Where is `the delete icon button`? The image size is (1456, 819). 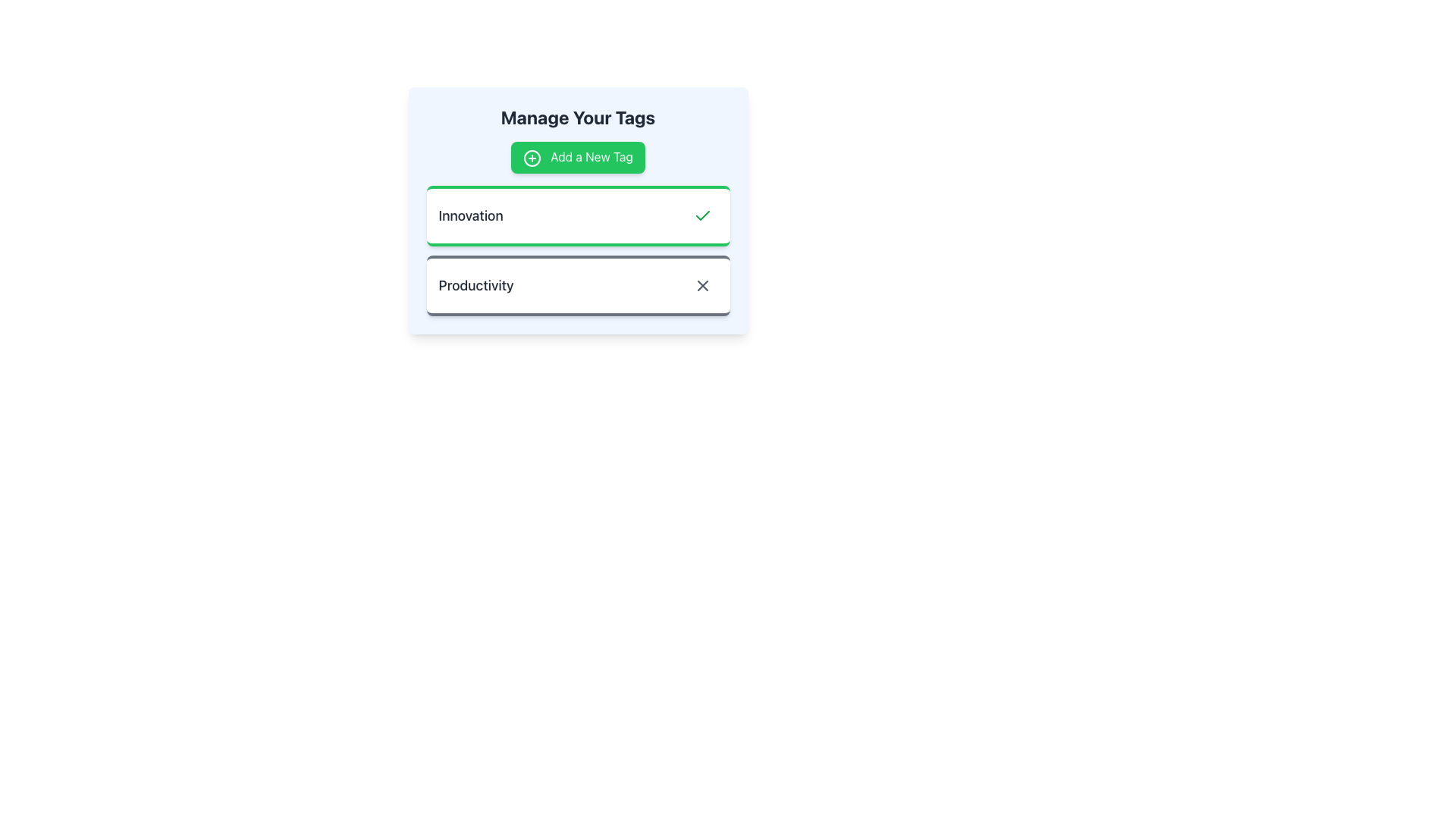
the delete icon button is located at coordinates (701, 285).